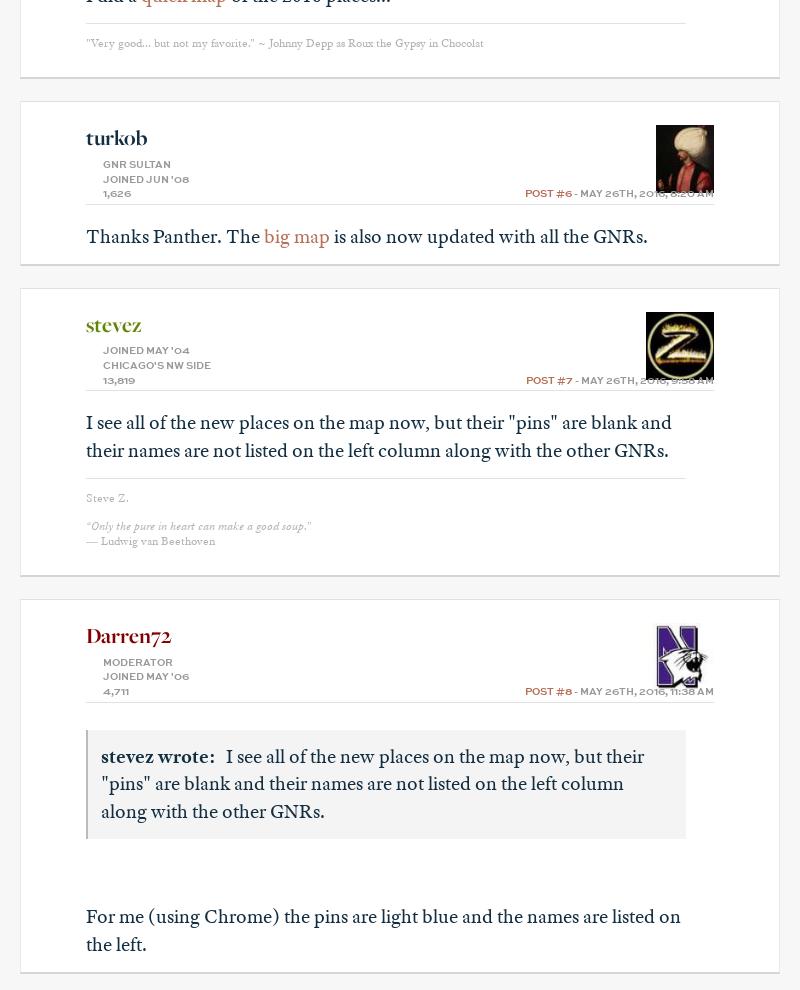  Describe the element at coordinates (167, 350) in the screenshot. I see `'May '04'` at that location.